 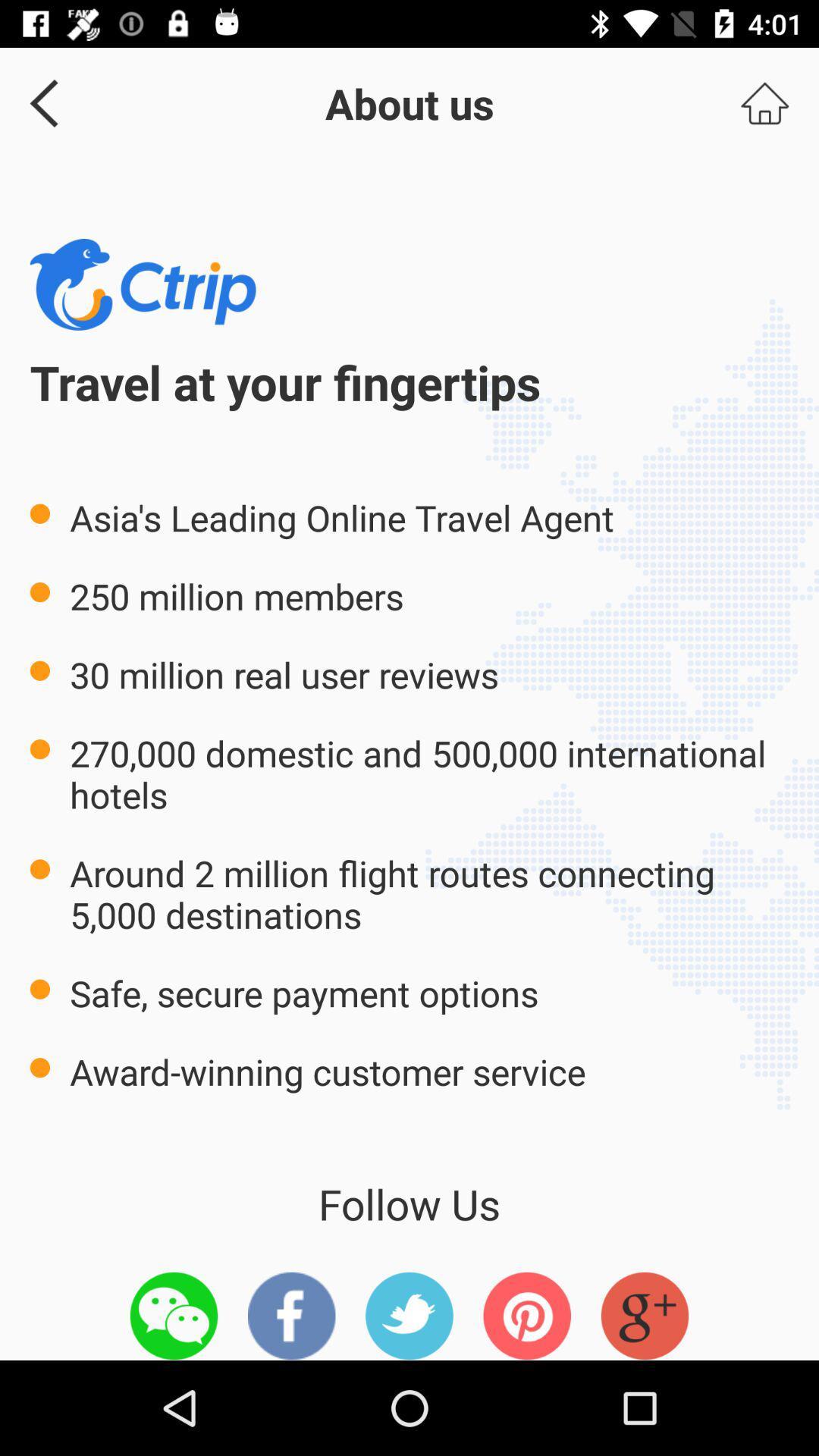 I want to click on goto homepage, so click(x=764, y=102).